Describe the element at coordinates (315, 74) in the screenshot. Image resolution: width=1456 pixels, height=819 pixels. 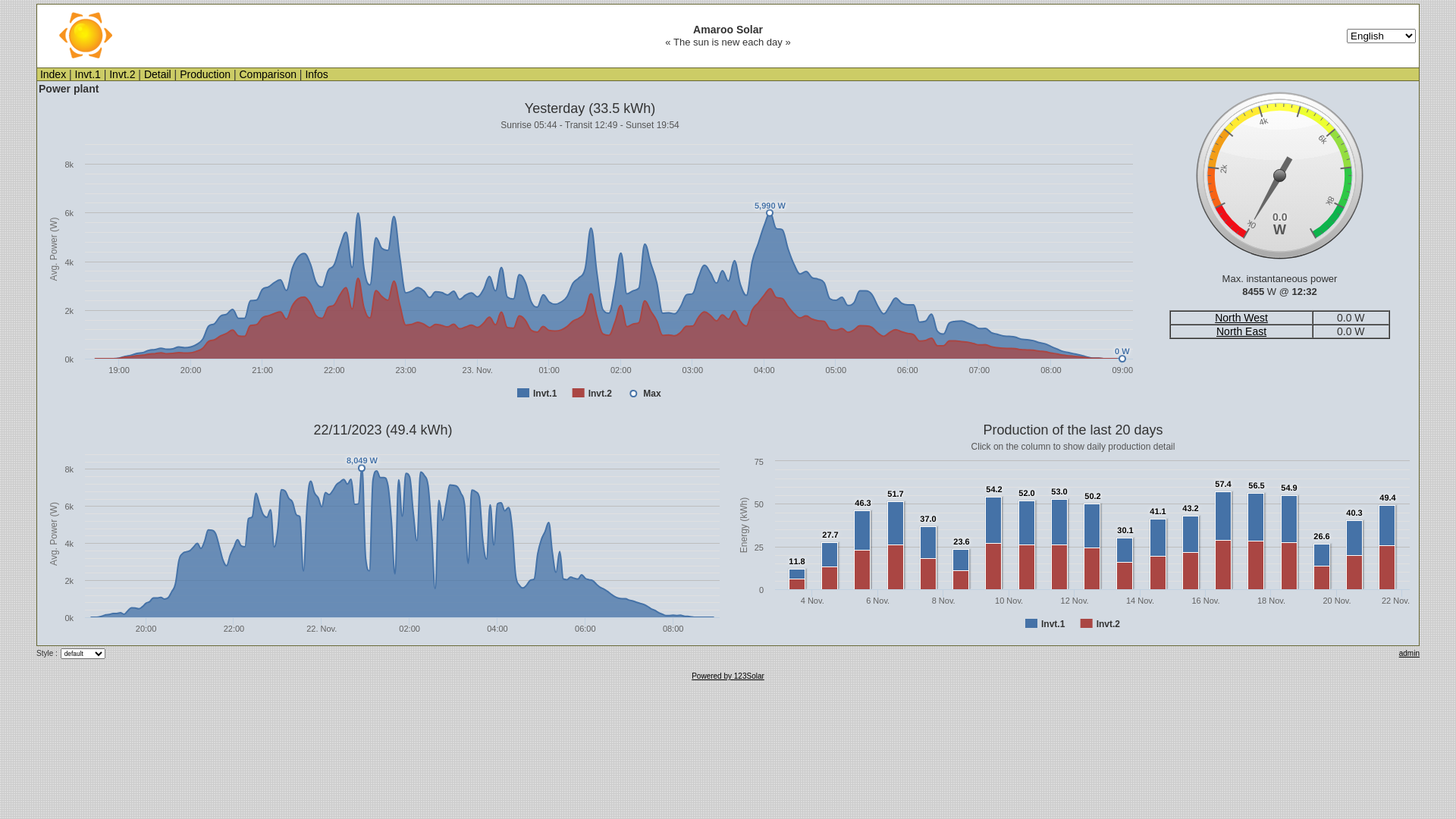
I see `'Infos'` at that location.